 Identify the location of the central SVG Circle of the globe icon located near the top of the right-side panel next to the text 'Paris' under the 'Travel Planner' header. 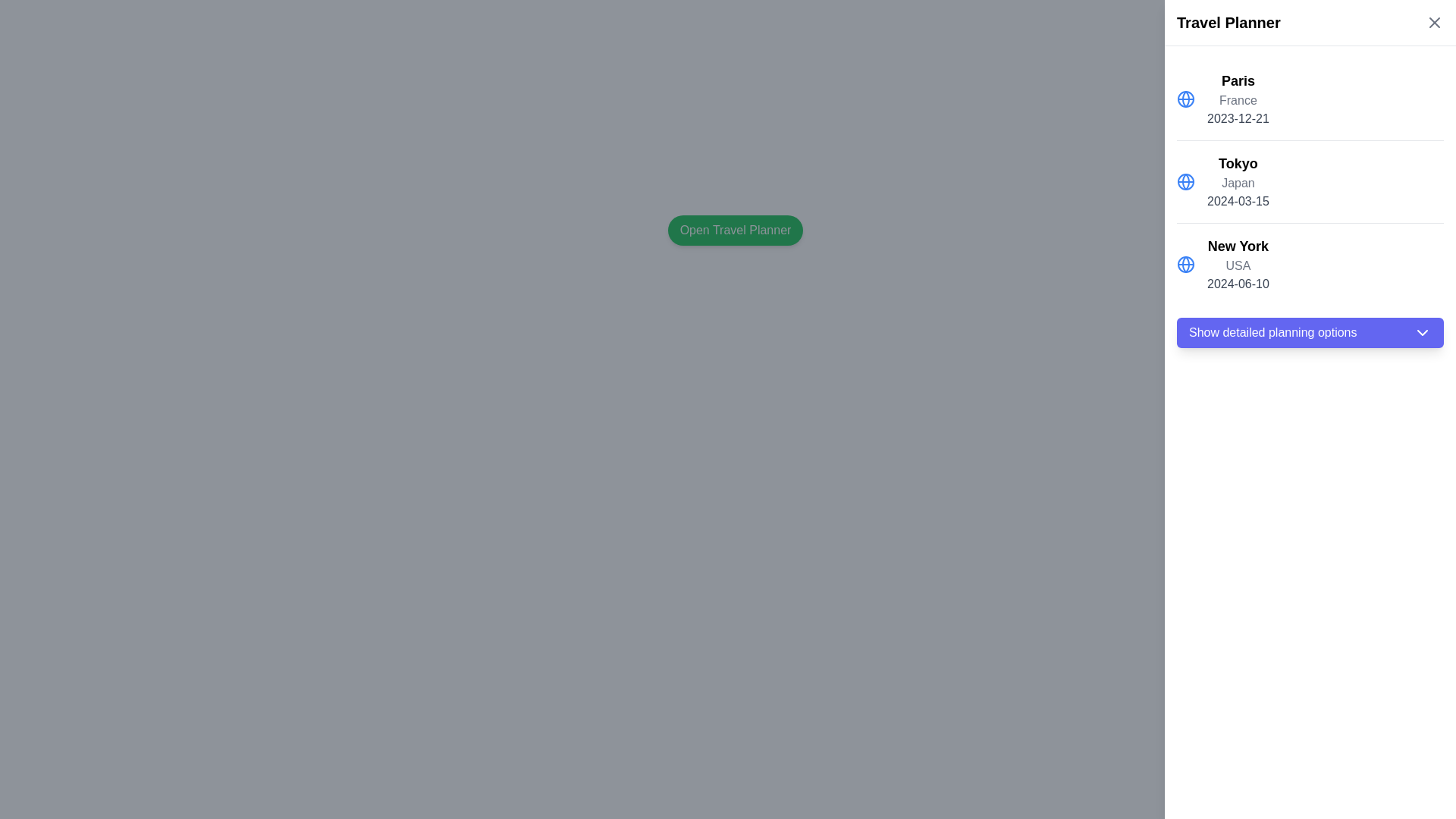
(1185, 263).